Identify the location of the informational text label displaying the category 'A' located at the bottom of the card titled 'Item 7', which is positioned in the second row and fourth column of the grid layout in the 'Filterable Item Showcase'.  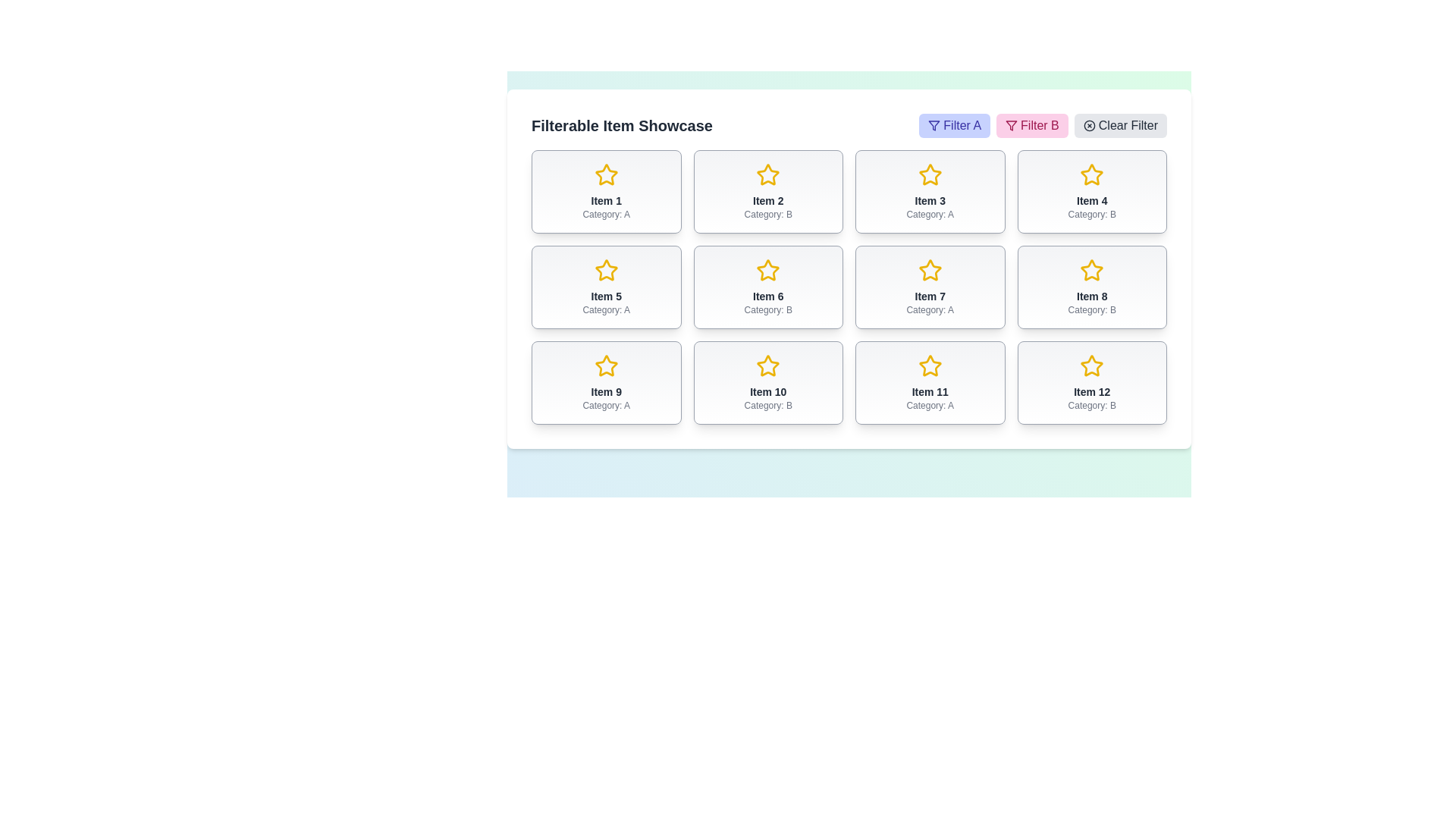
(929, 309).